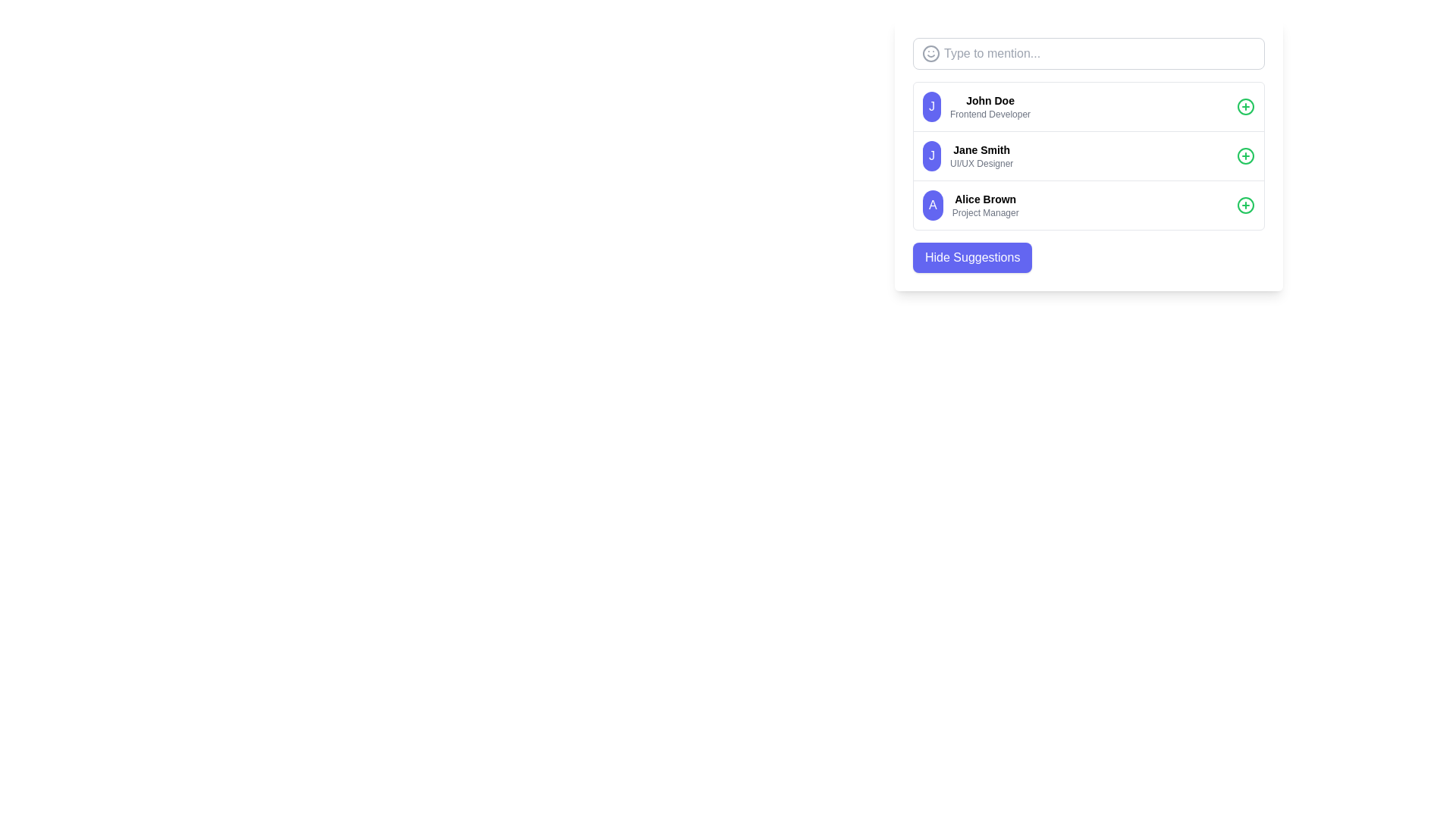  What do you see at coordinates (930, 52) in the screenshot?
I see `the smiling face icon, which is a simple line art drawing located to the left of the text input field prompting 'Type to mention...'` at bounding box center [930, 52].